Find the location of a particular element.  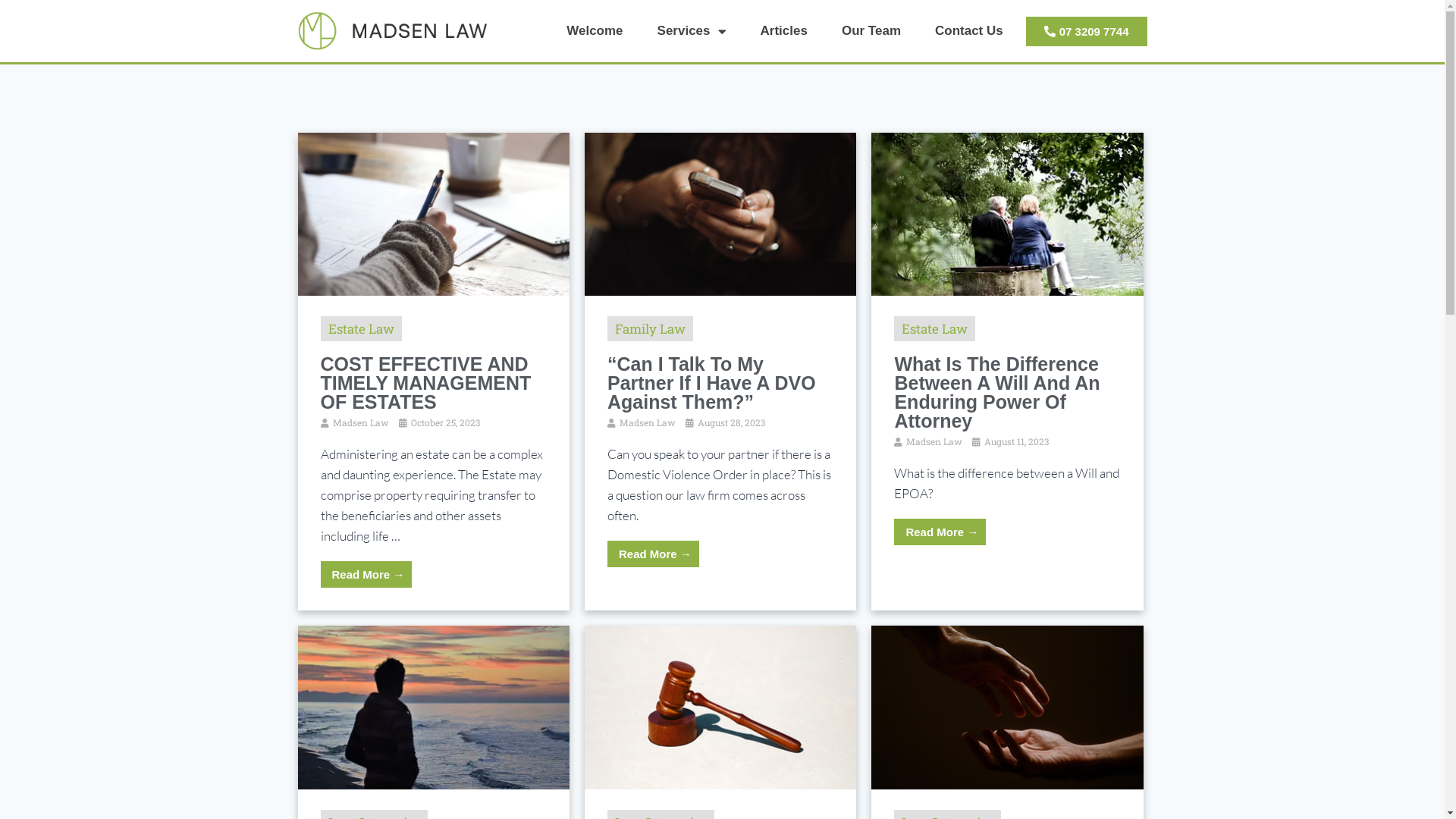

'07 3209 7744' is located at coordinates (1086, 31).